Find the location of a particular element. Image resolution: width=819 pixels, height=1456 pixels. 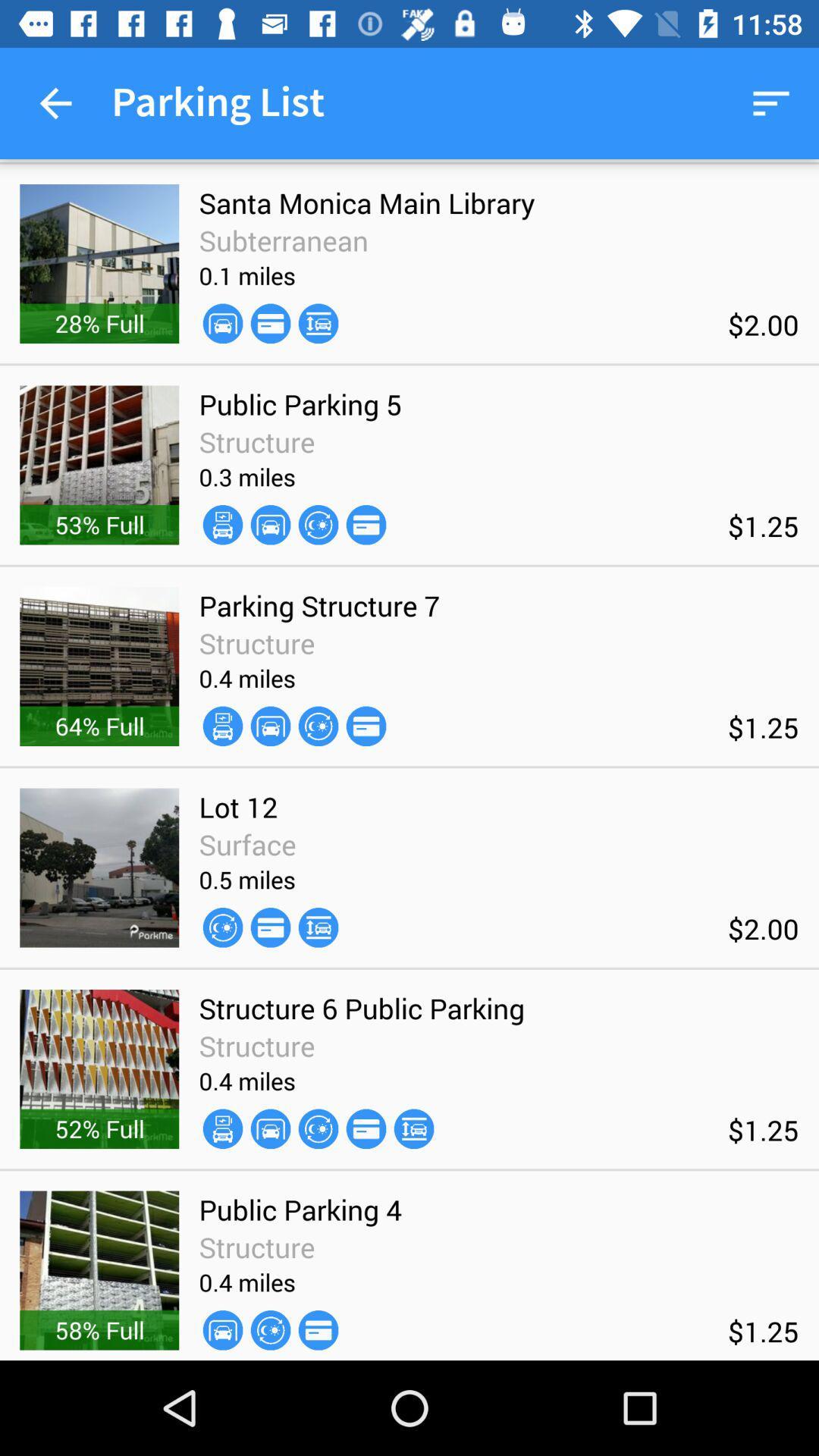

the icon above 0.1 miles item is located at coordinates (284, 240).